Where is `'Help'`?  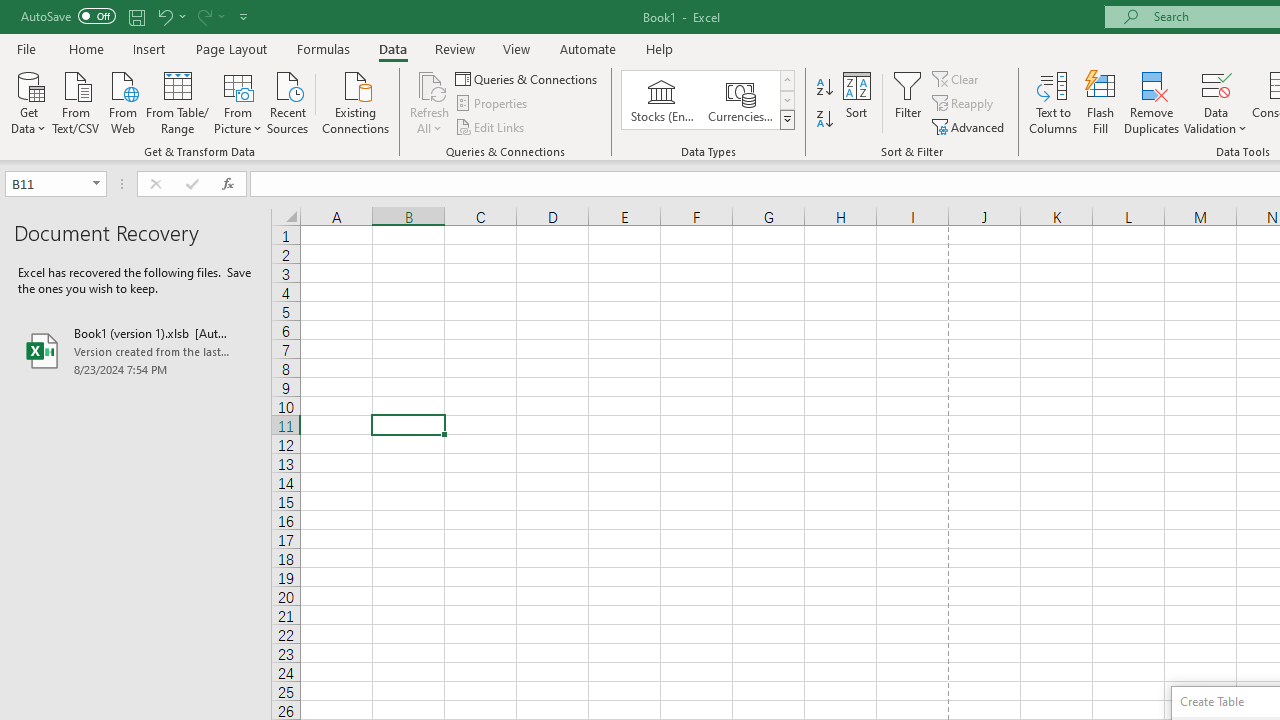
'Help' is located at coordinates (660, 48).